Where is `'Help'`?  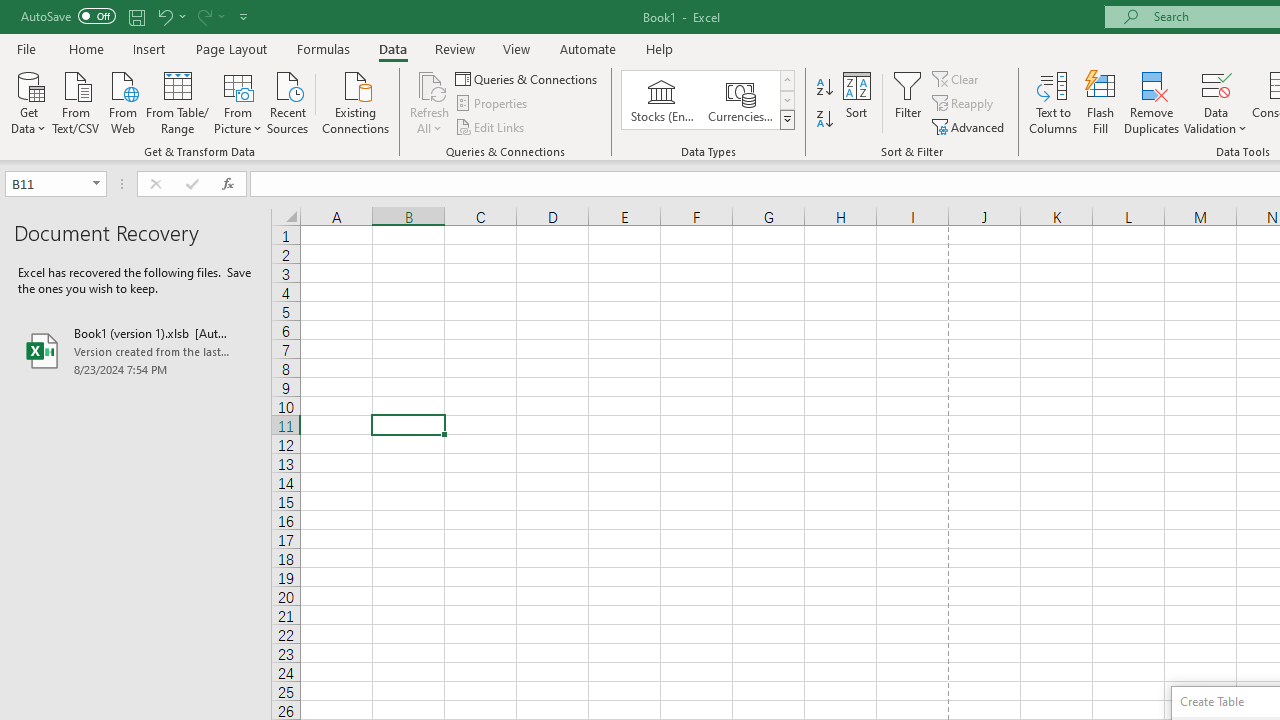
'Help' is located at coordinates (660, 48).